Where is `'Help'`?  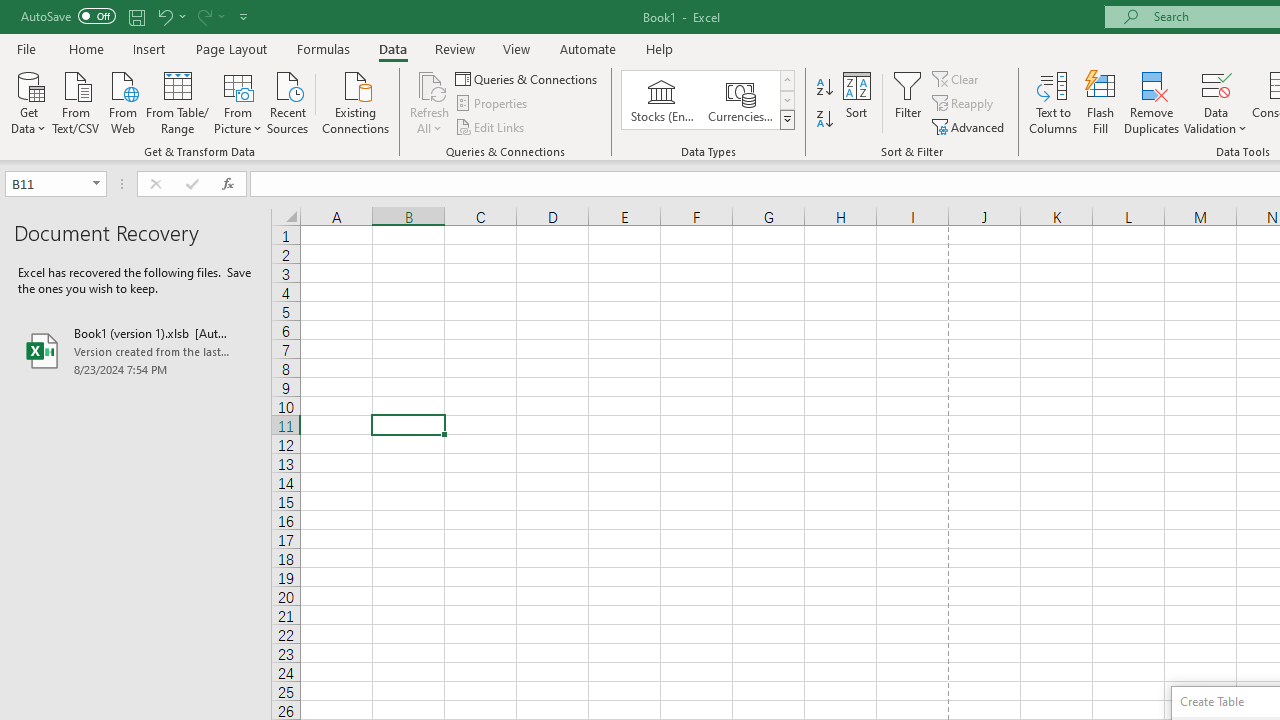
'Help' is located at coordinates (660, 48).